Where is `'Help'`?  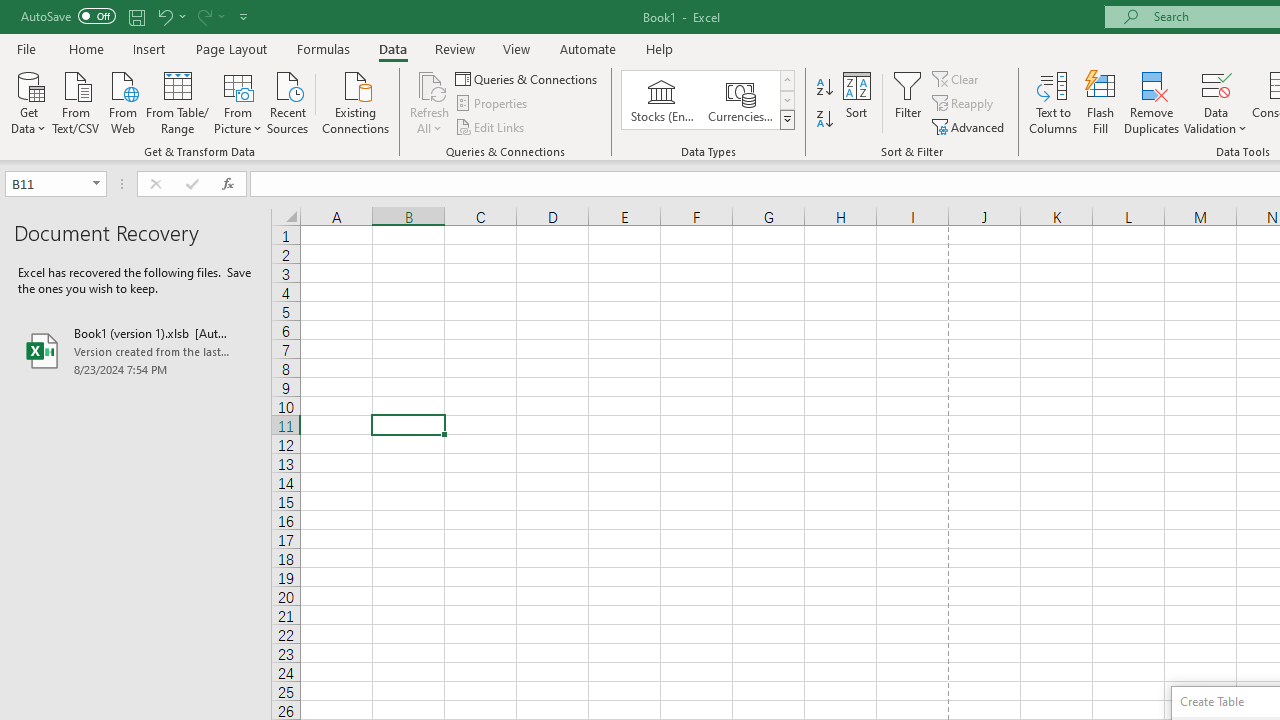
'Help' is located at coordinates (660, 48).